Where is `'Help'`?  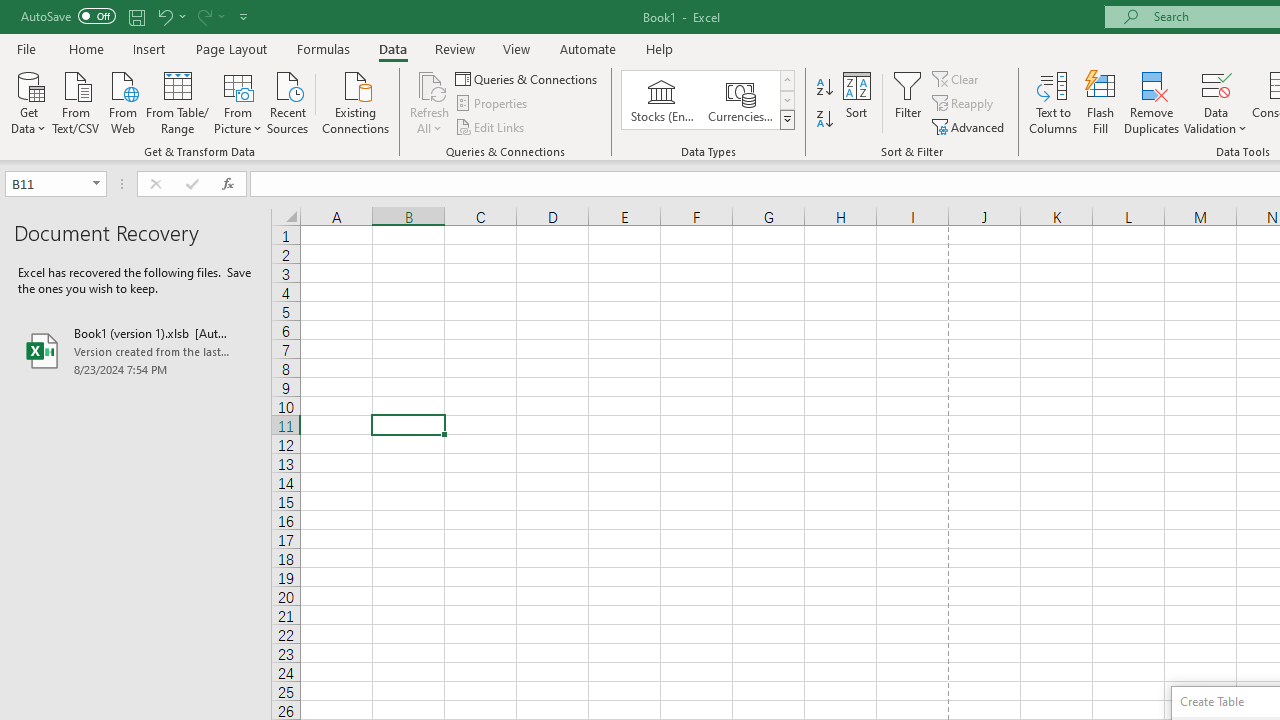
'Help' is located at coordinates (660, 48).